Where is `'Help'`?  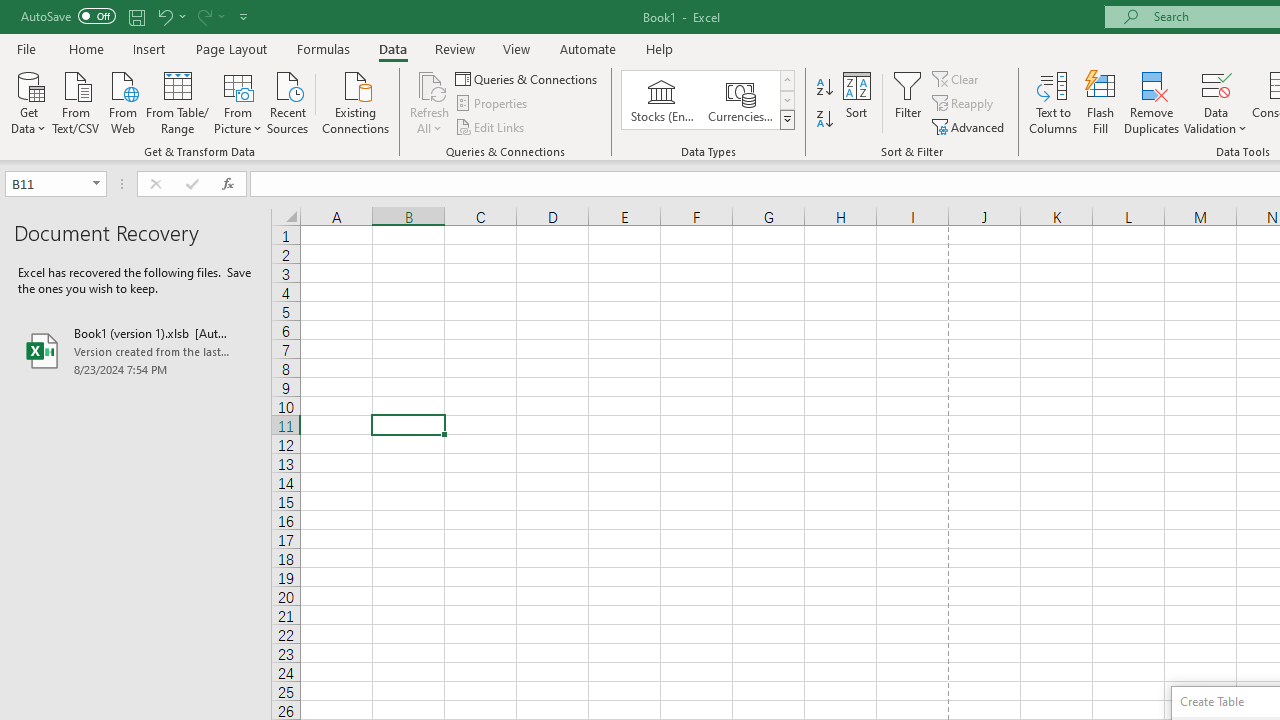
'Help' is located at coordinates (660, 48).